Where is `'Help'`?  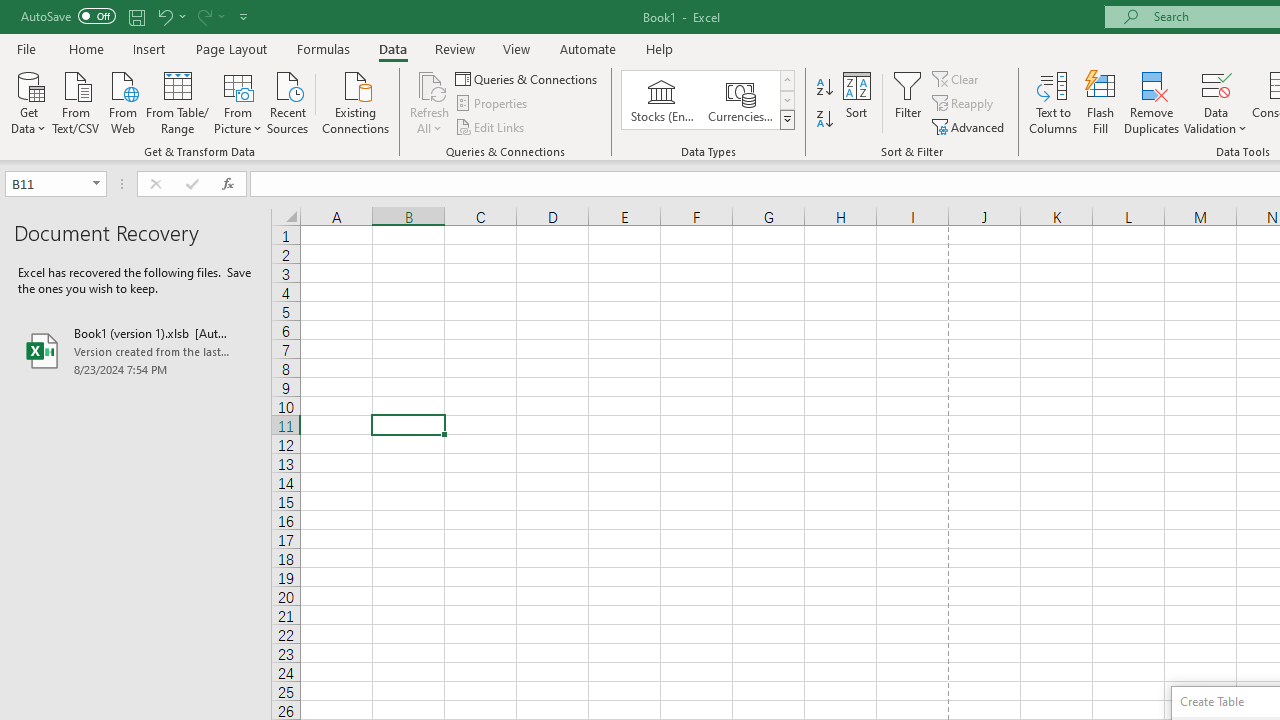
'Help' is located at coordinates (660, 48).